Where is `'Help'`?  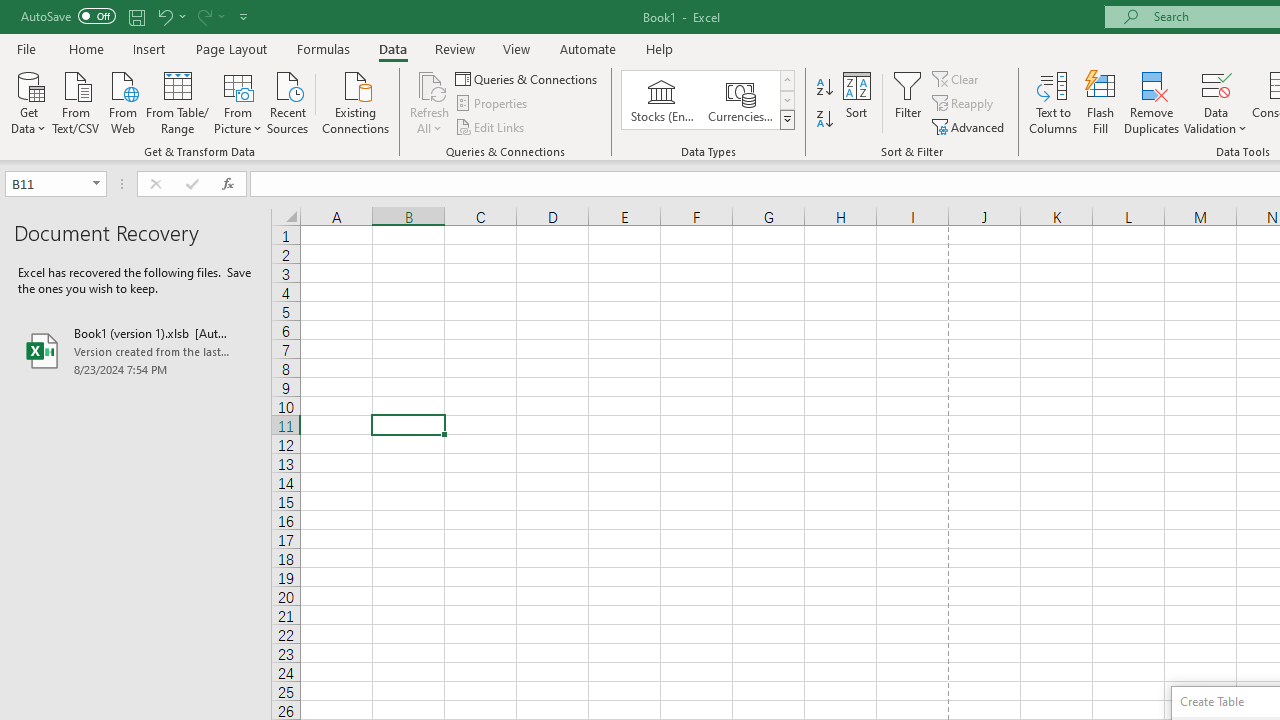
'Help' is located at coordinates (660, 48).